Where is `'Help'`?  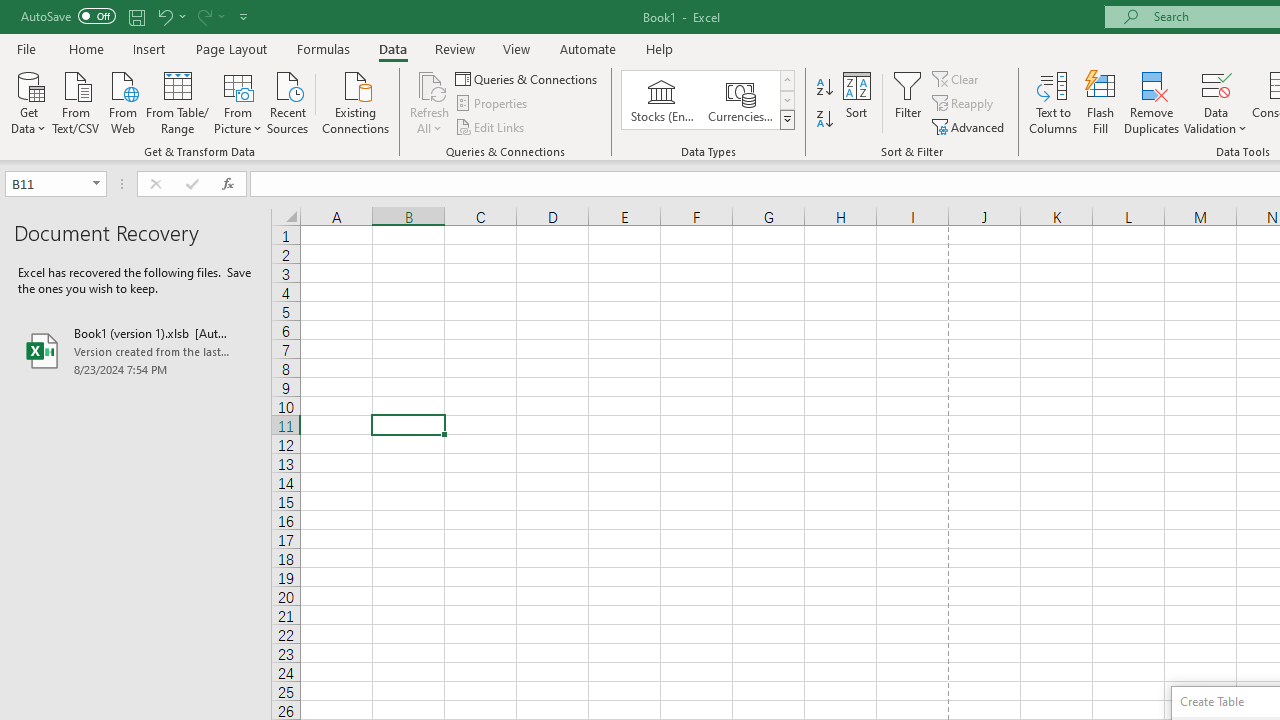
'Help' is located at coordinates (660, 48).